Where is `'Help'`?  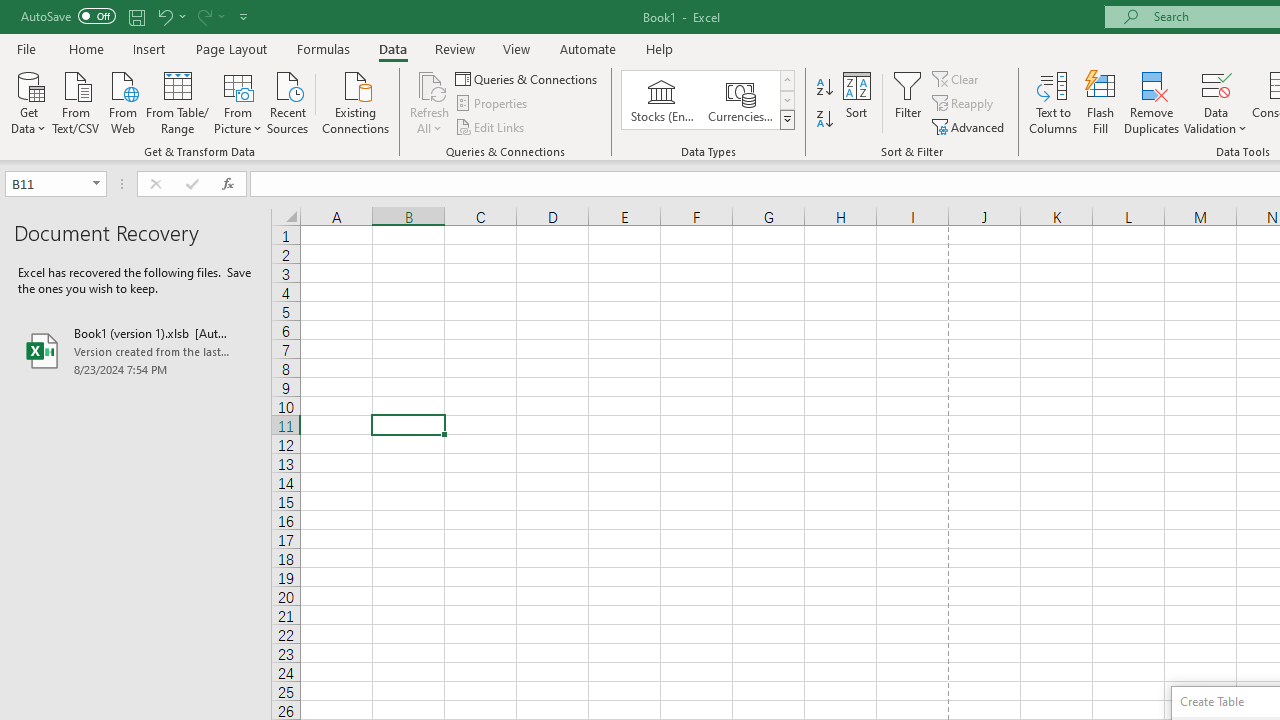
'Help' is located at coordinates (660, 48).